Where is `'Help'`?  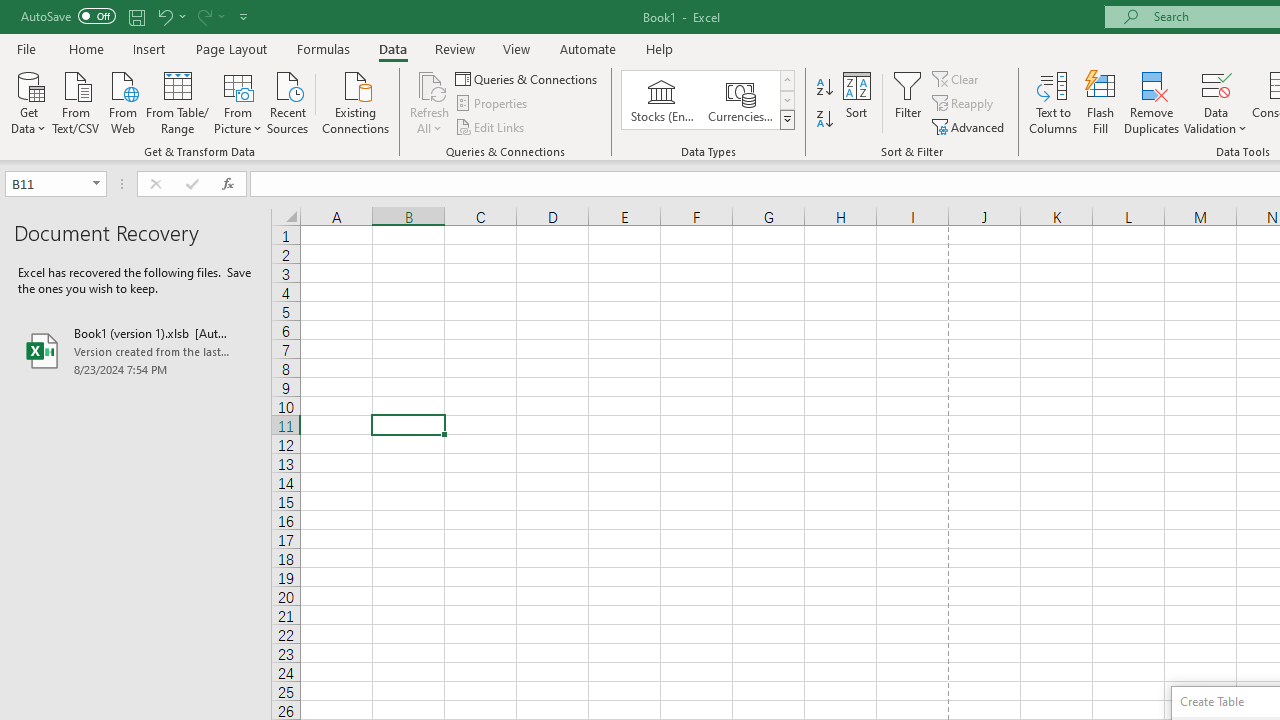
'Help' is located at coordinates (660, 48).